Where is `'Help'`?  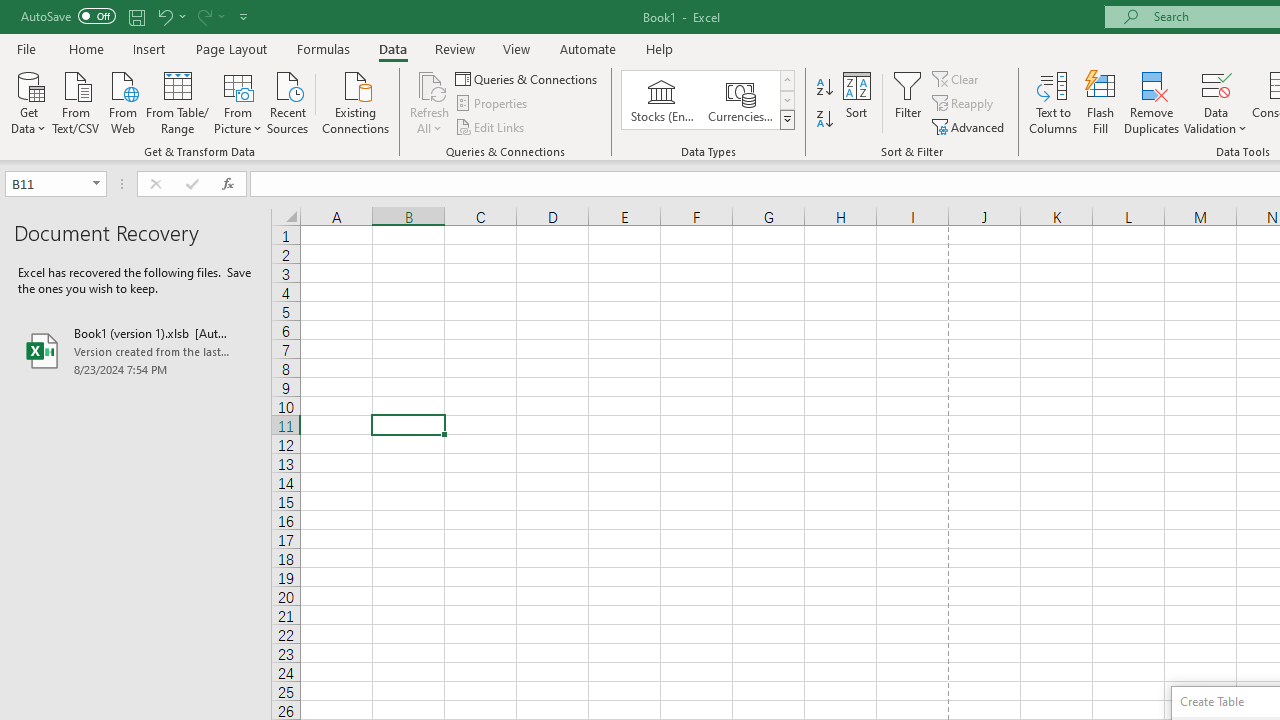
'Help' is located at coordinates (660, 48).